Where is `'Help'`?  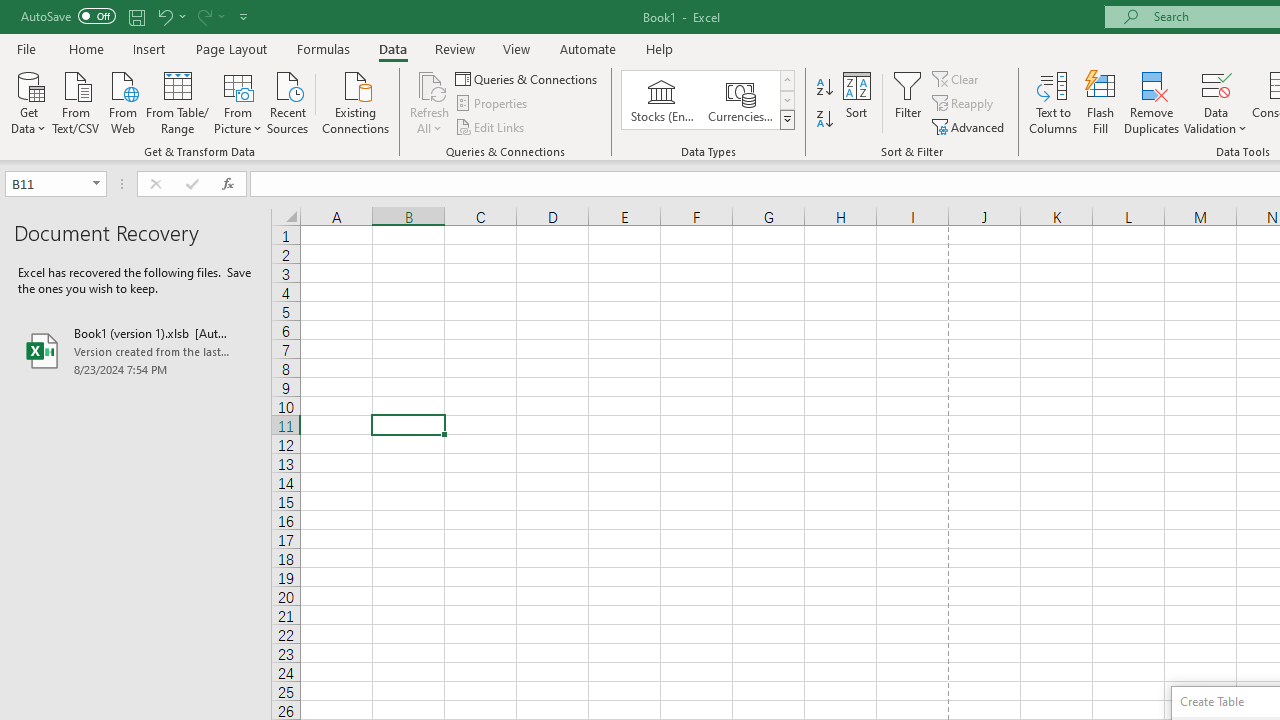
'Help' is located at coordinates (660, 48).